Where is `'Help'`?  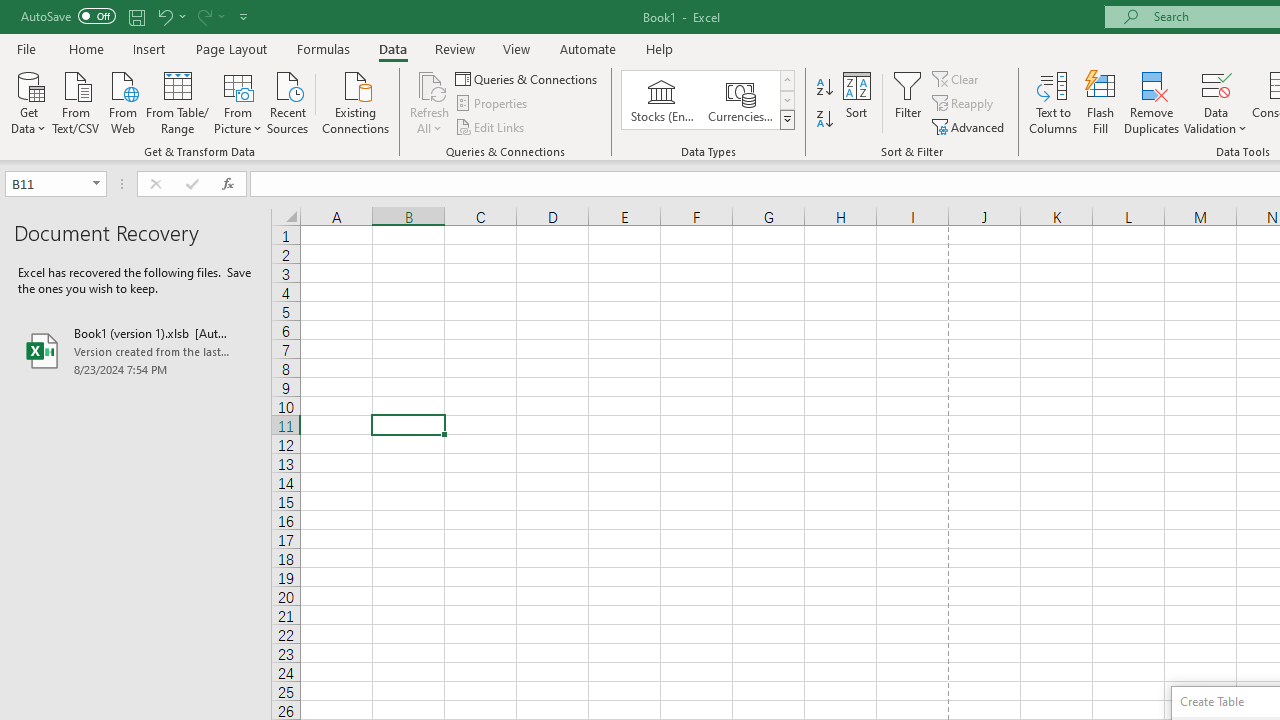
'Help' is located at coordinates (660, 48).